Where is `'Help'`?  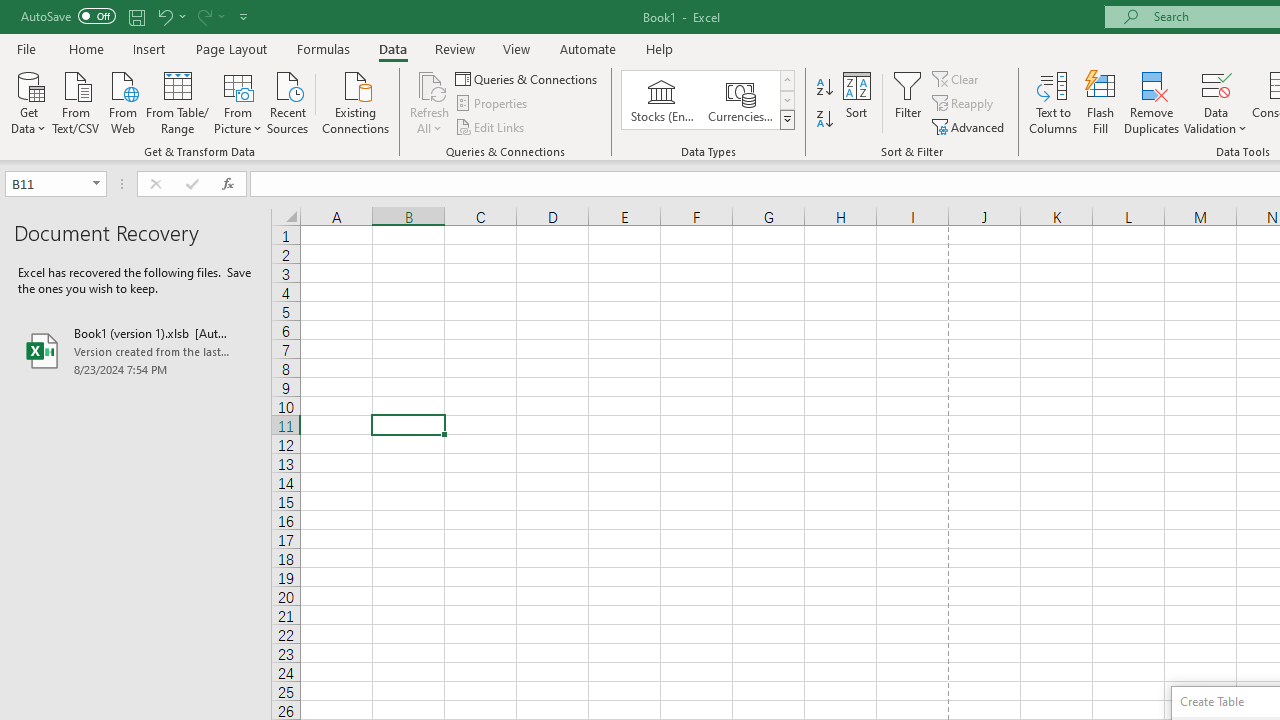
'Help' is located at coordinates (660, 48).